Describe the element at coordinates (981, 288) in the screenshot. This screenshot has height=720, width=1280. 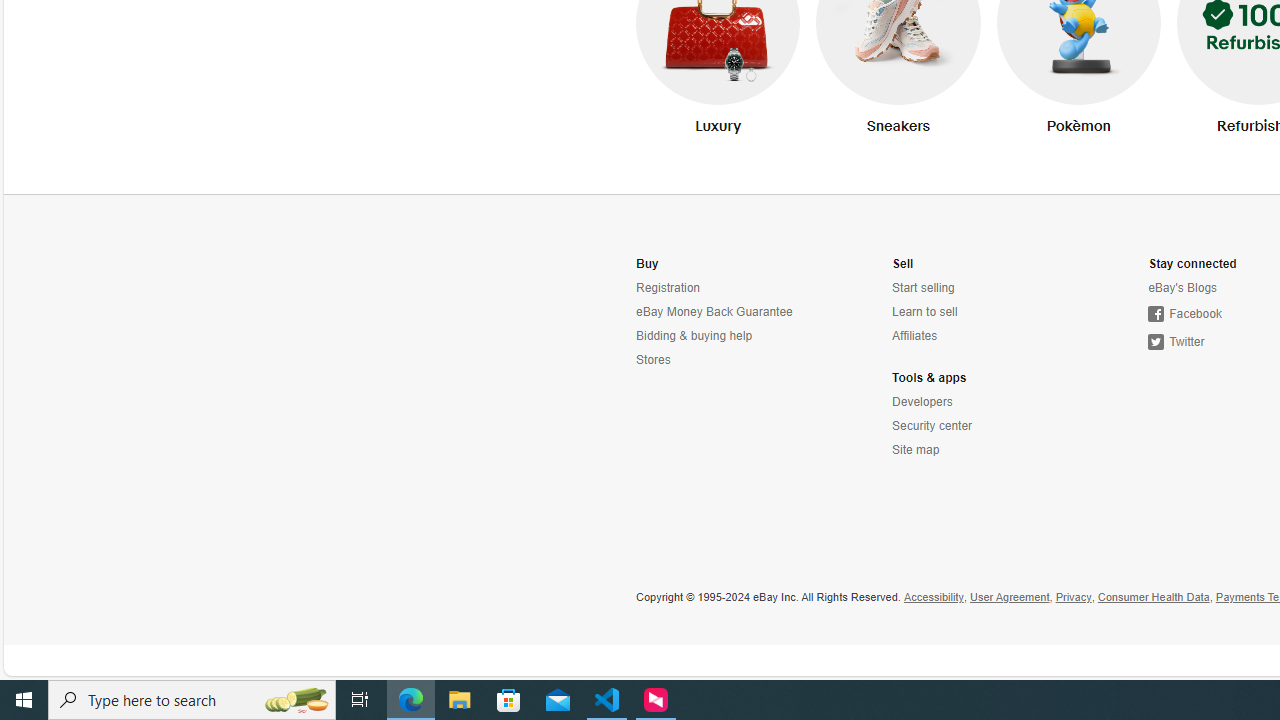
I see `'Start selling'` at that location.